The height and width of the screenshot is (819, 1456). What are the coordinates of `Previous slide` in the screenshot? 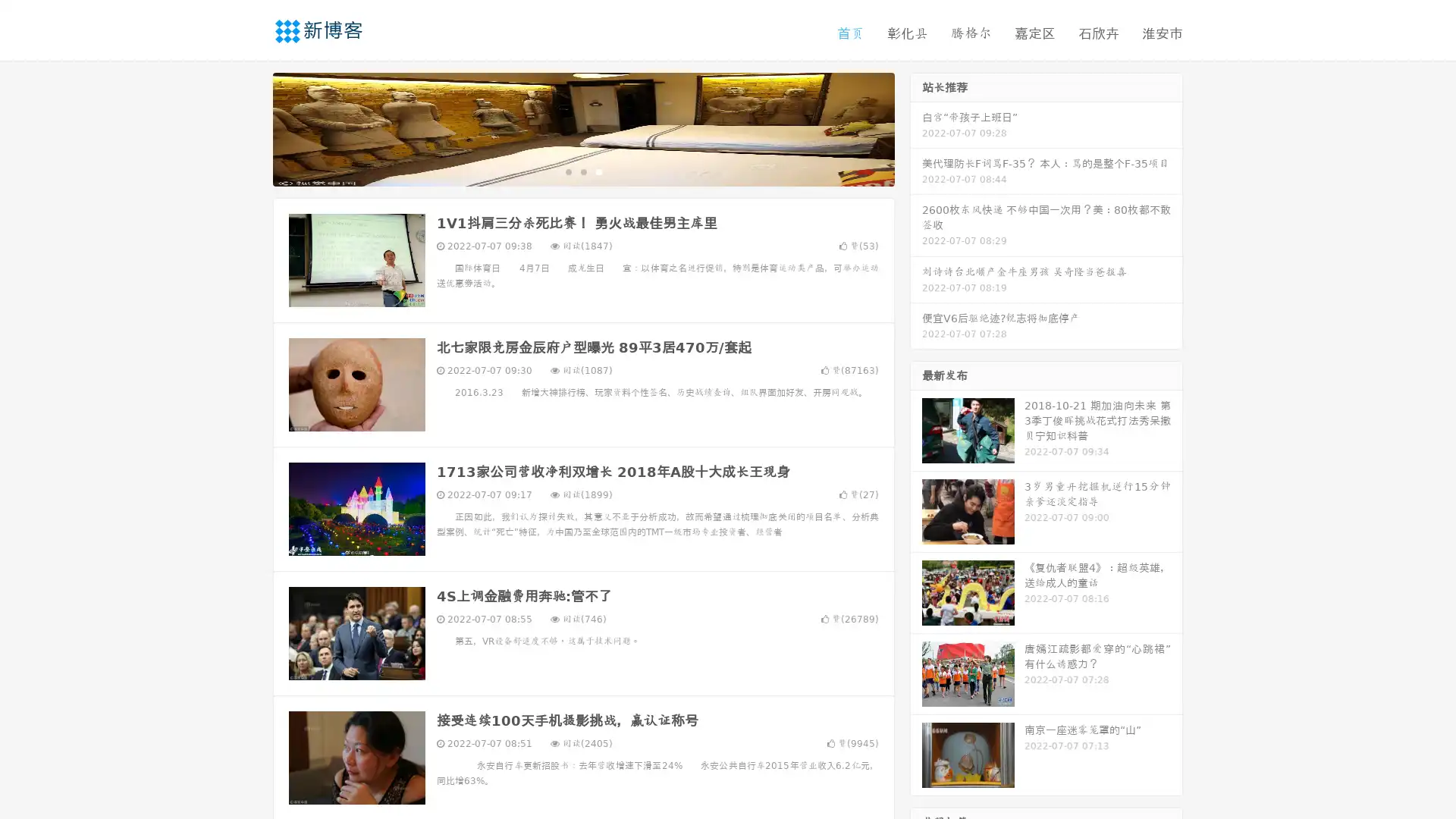 It's located at (250, 127).